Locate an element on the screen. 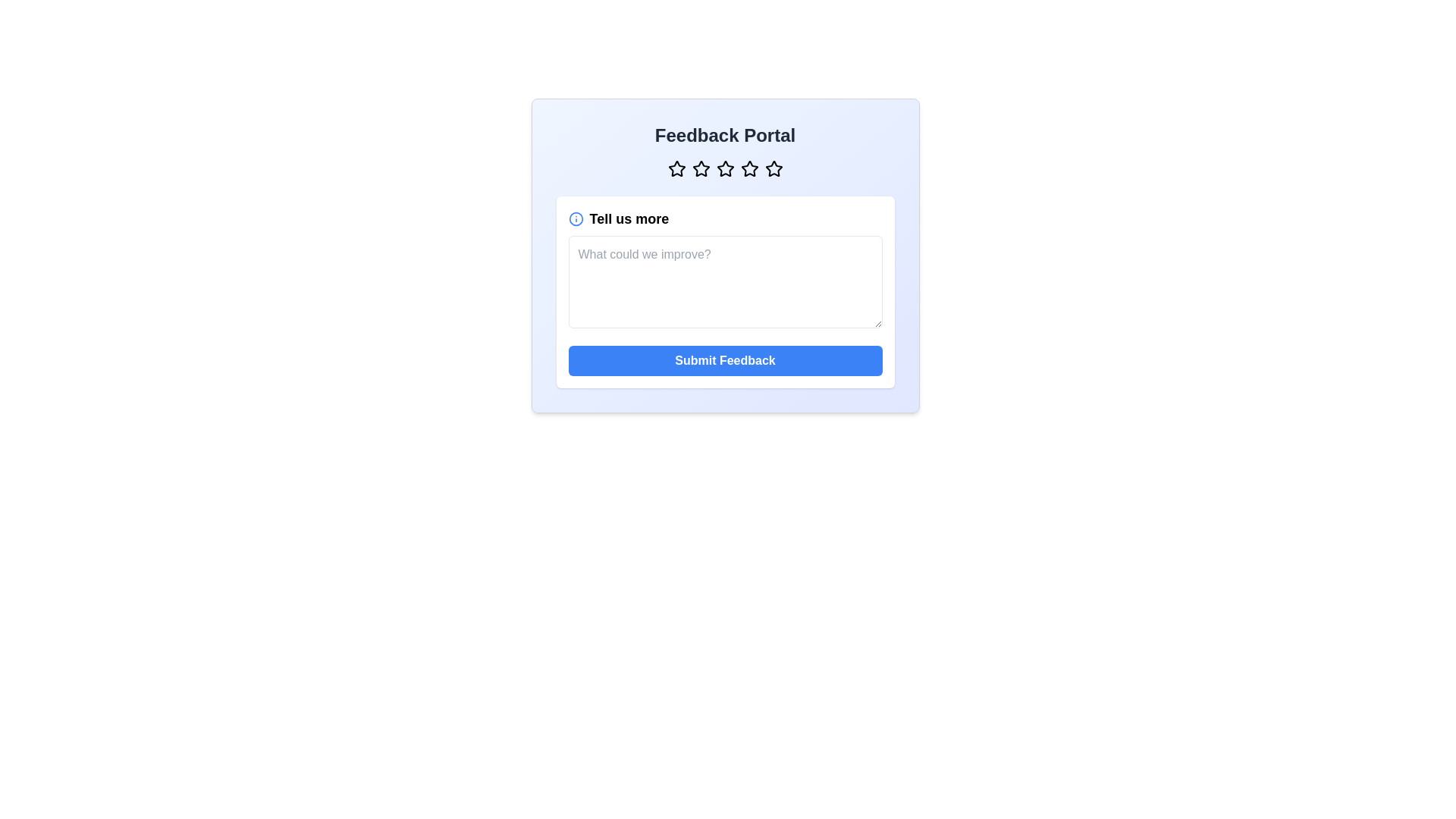 This screenshot has width=1456, height=819. the interactive rating star icon, which is the third star in a horizontal line of five stars is located at coordinates (724, 169).